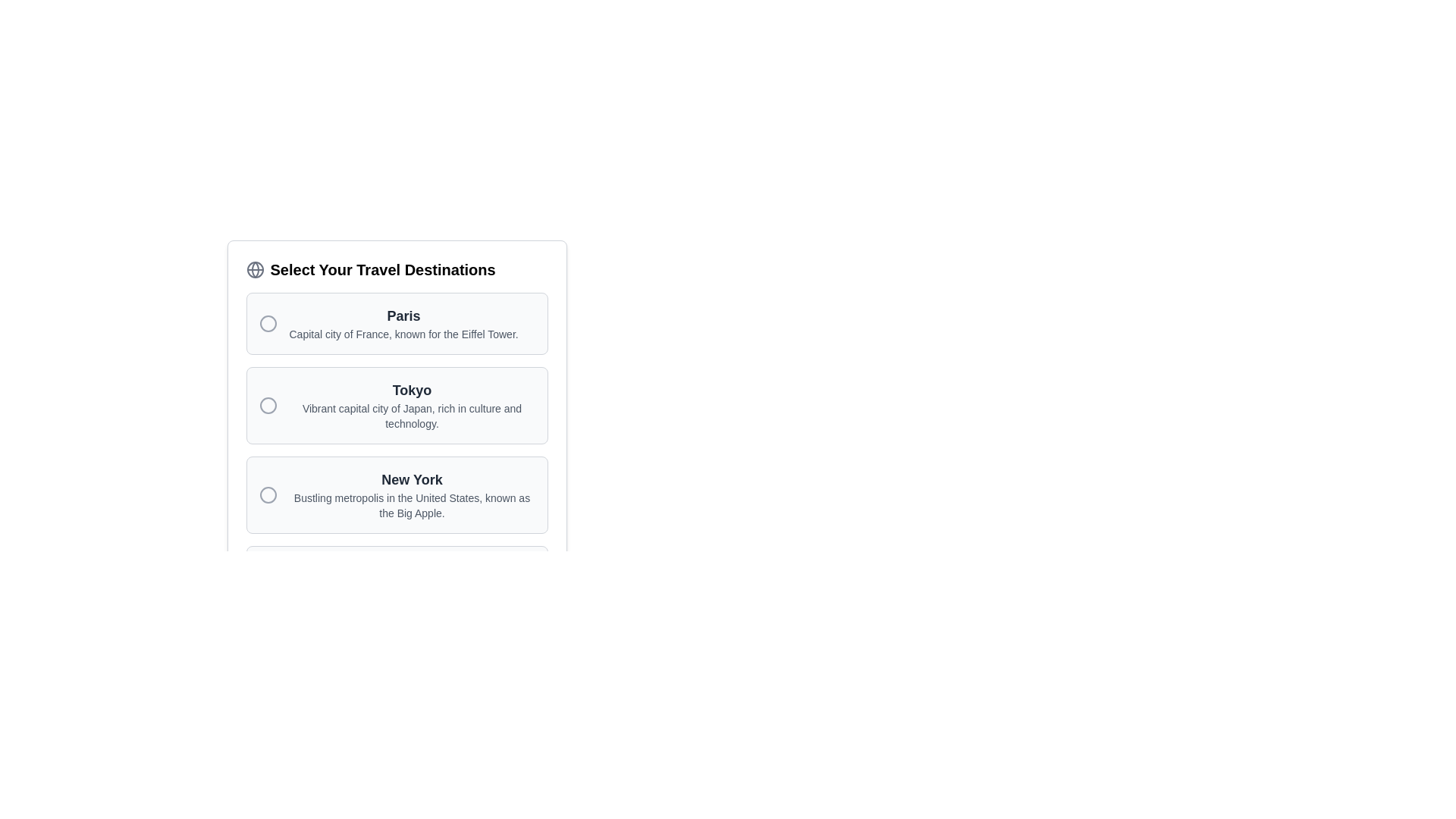  Describe the element at coordinates (255, 268) in the screenshot. I see `the globe icon representing the header's theme for global travel and destinations, located at the beginning of the header section titled 'Select Your Travel Destinations'` at that location.